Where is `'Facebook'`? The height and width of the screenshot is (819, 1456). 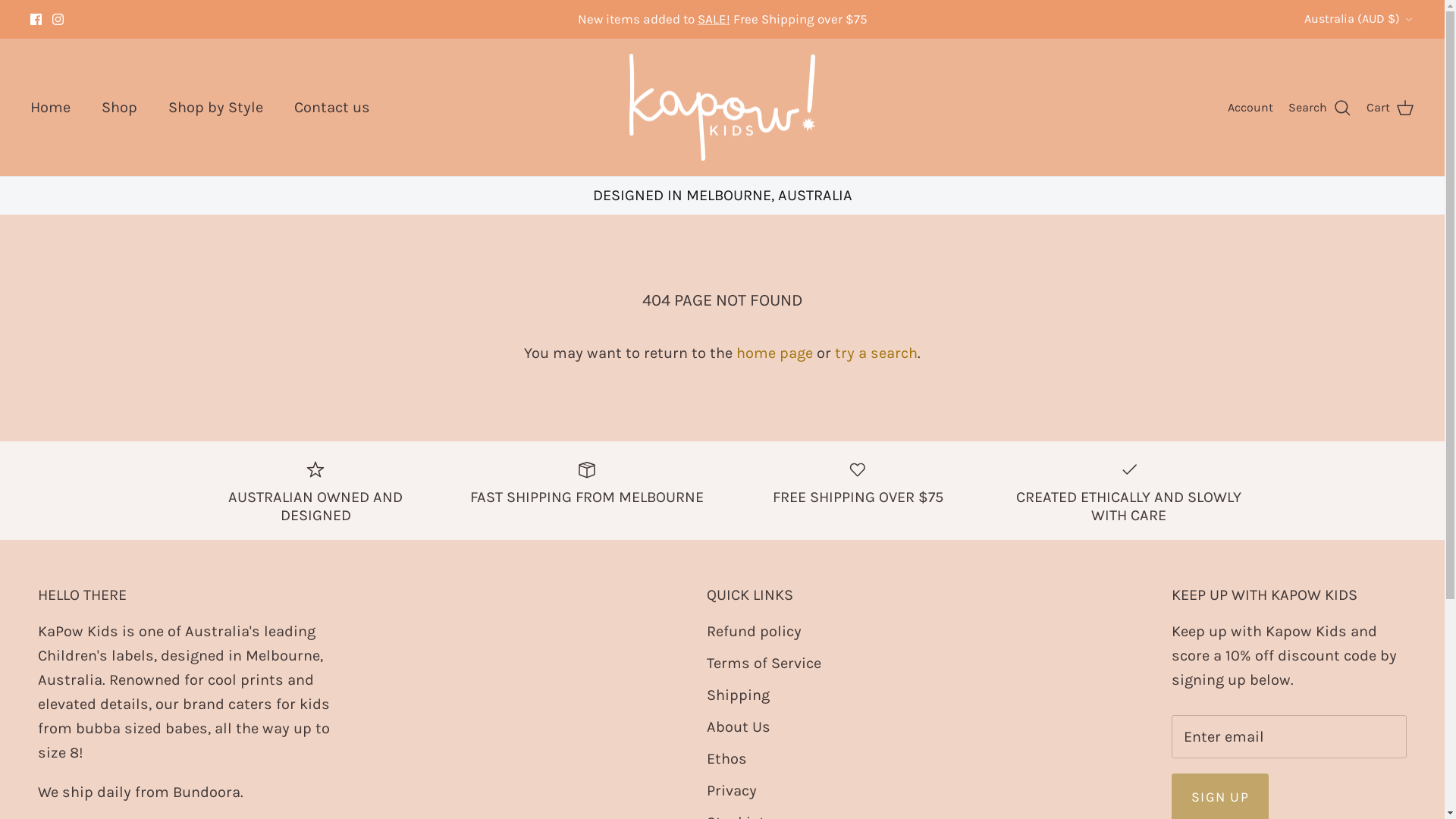 'Facebook' is located at coordinates (36, 19).